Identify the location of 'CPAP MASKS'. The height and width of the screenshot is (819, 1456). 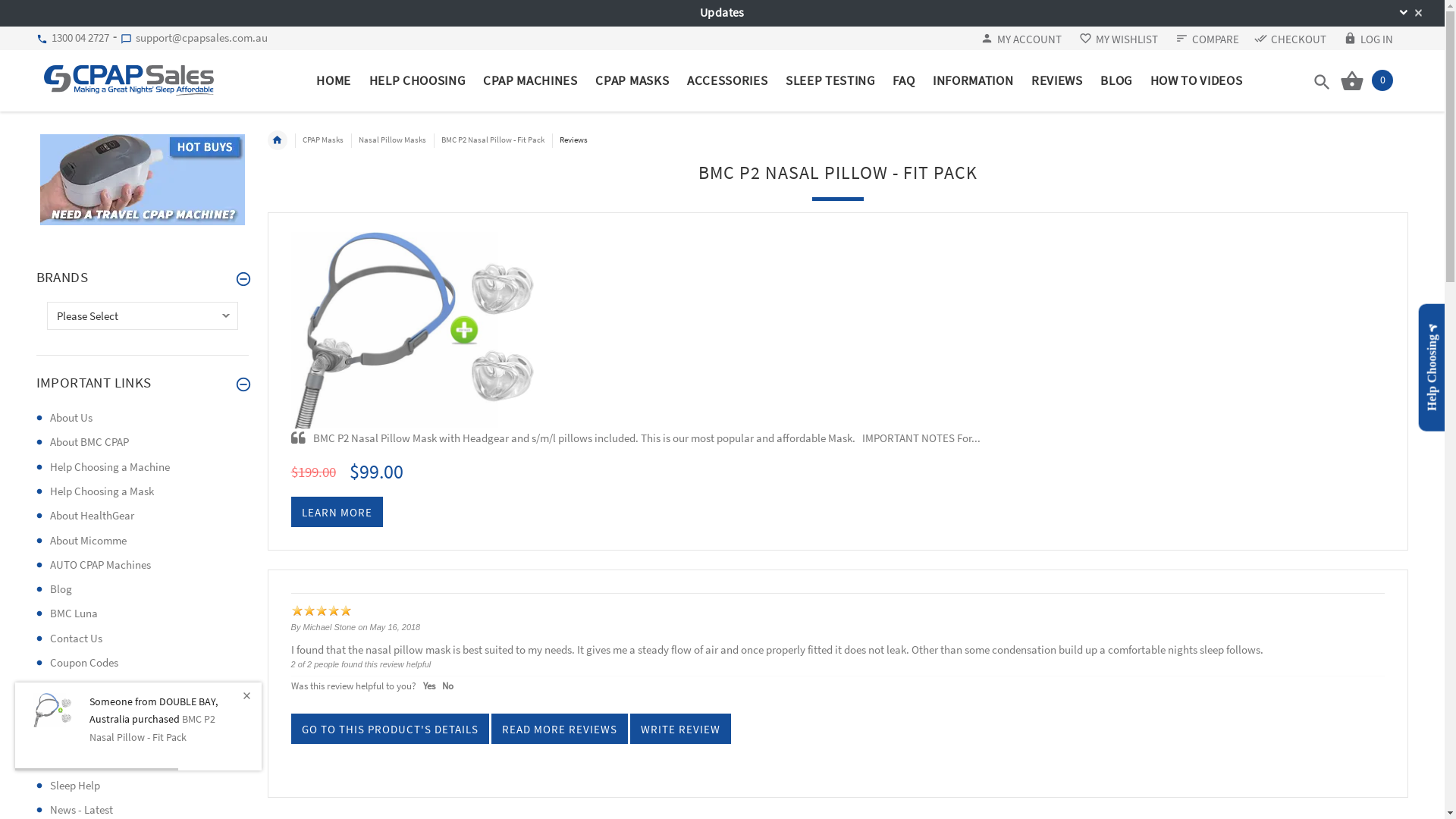
(632, 80).